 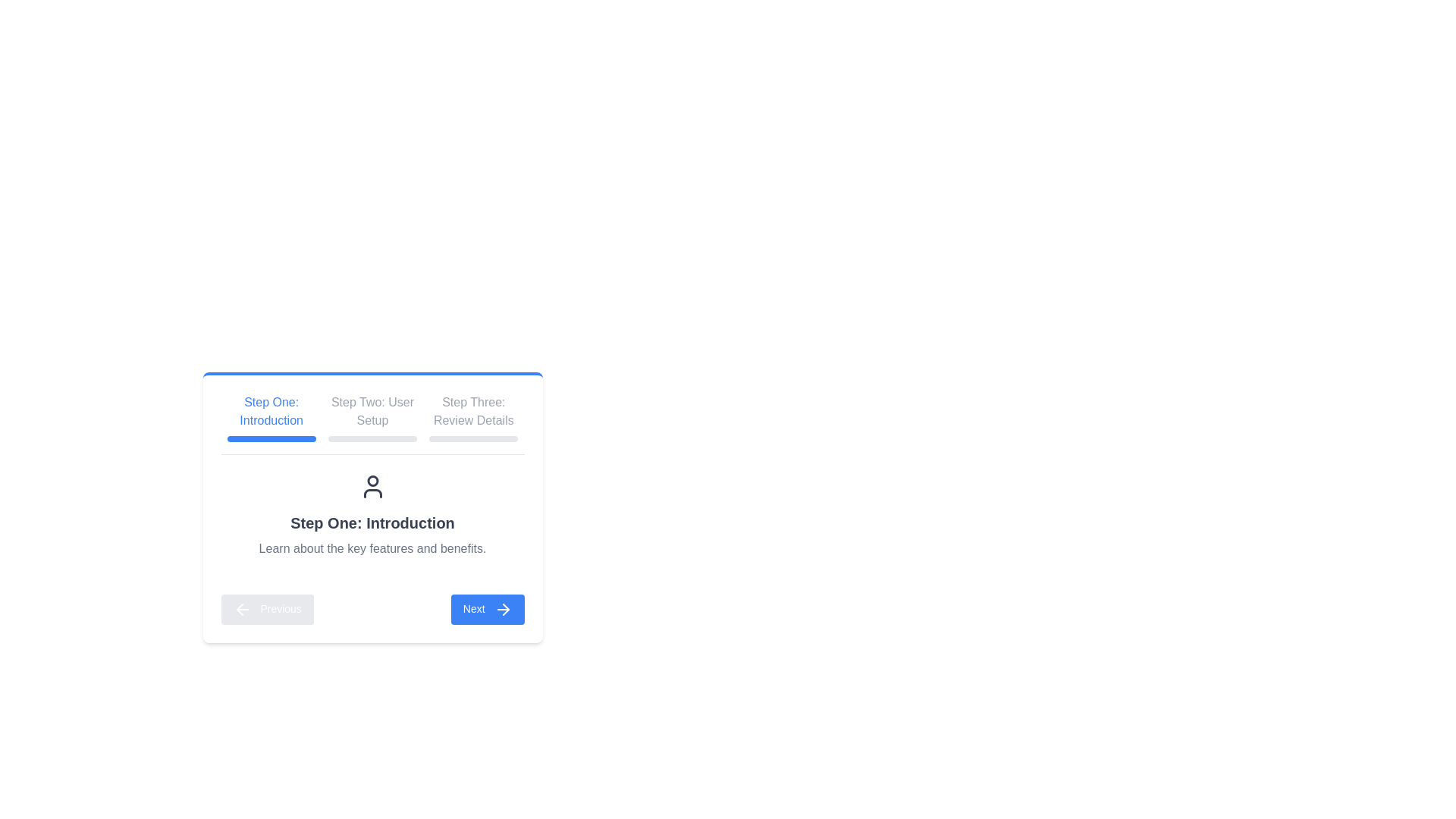 What do you see at coordinates (472, 438) in the screenshot?
I see `the progress indicator or separator, which is a thin horizontal bar with rounded edges, positioned directly below the text 'Step Three: Review Details'` at bounding box center [472, 438].